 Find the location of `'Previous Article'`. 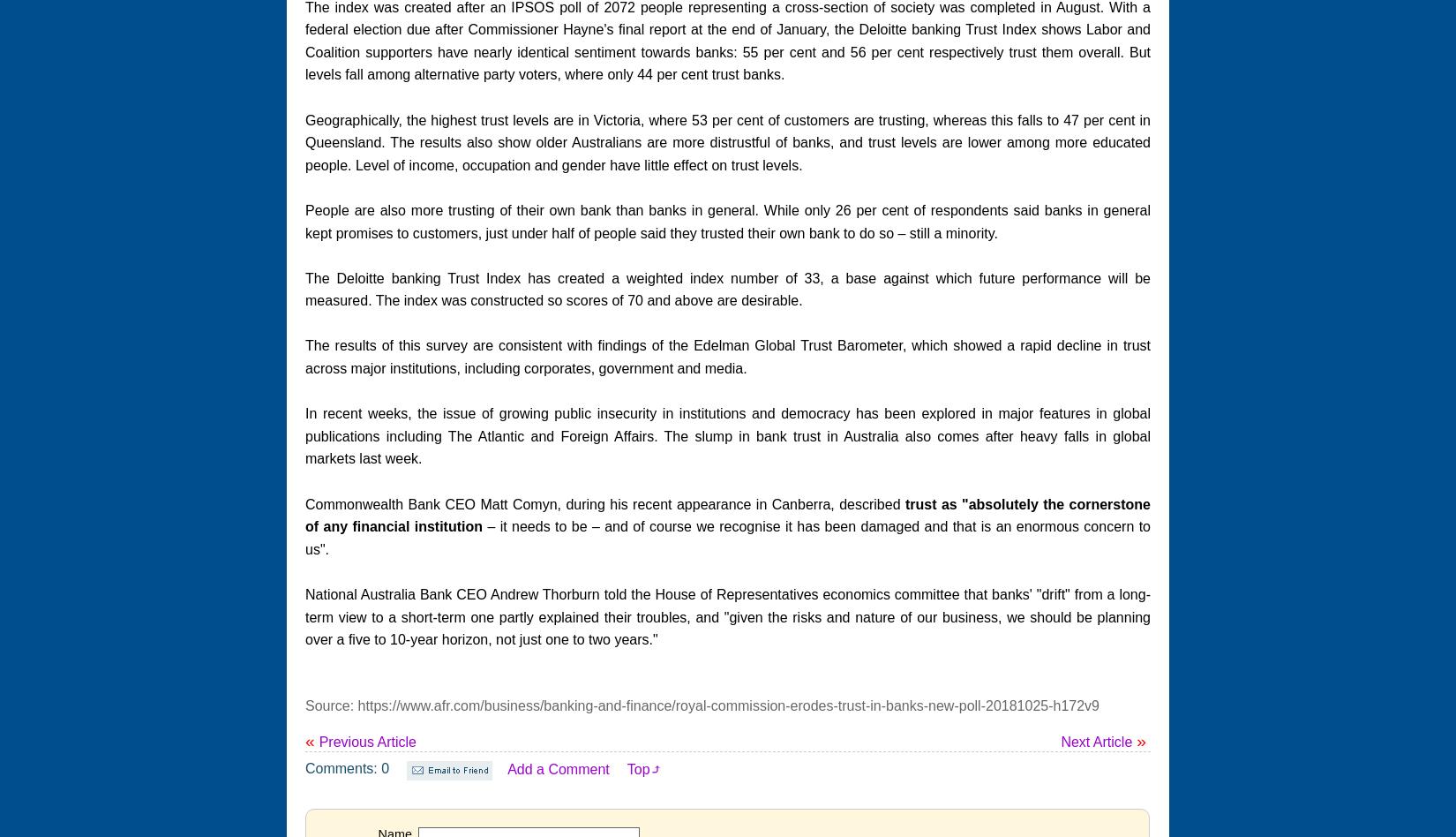

'Previous Article' is located at coordinates (365, 740).